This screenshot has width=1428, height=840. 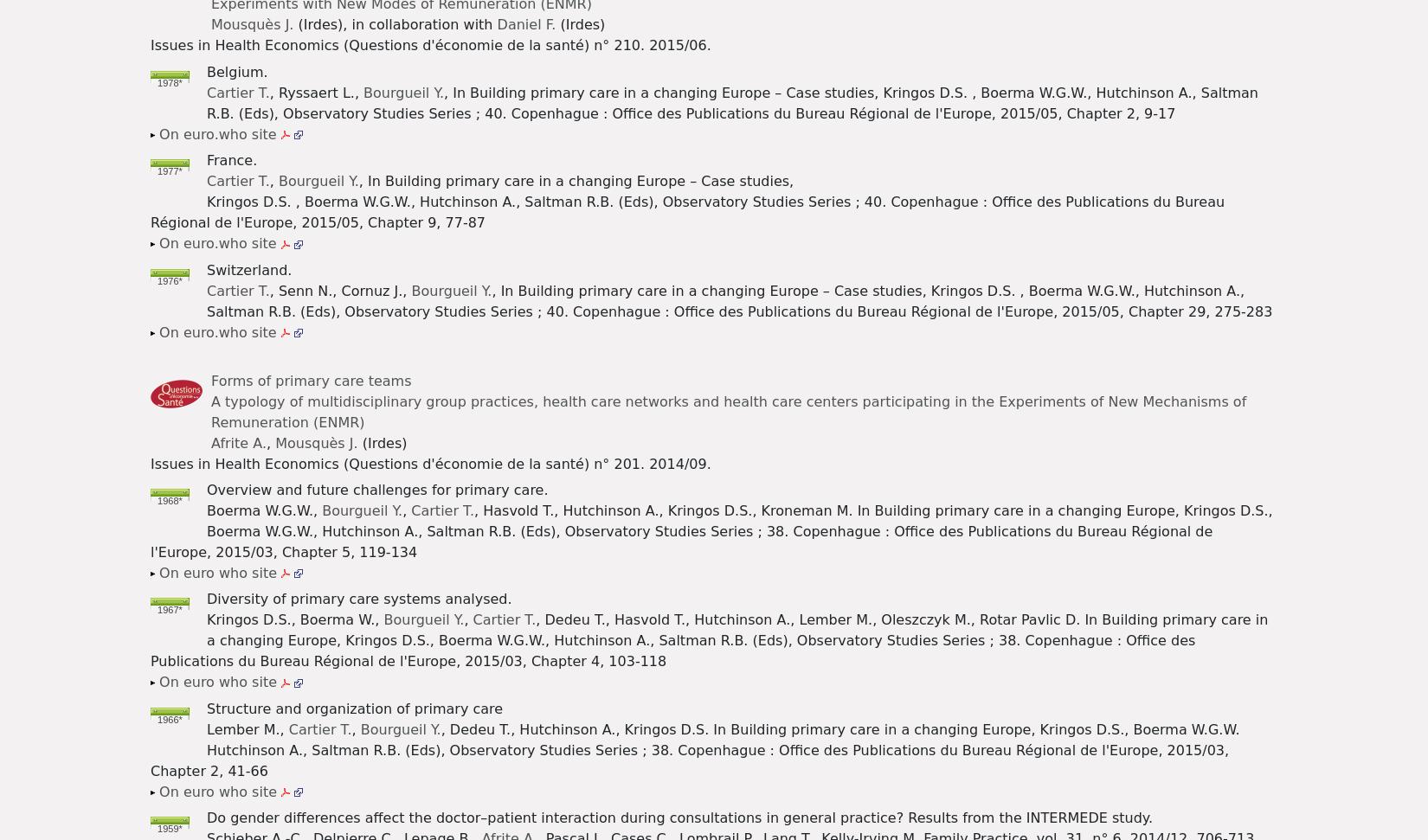 What do you see at coordinates (583, 628) in the screenshot?
I see `'Can physician gate-keeping and patient  choice be reconciled in France ? Analysis of recent reform.'` at bounding box center [583, 628].